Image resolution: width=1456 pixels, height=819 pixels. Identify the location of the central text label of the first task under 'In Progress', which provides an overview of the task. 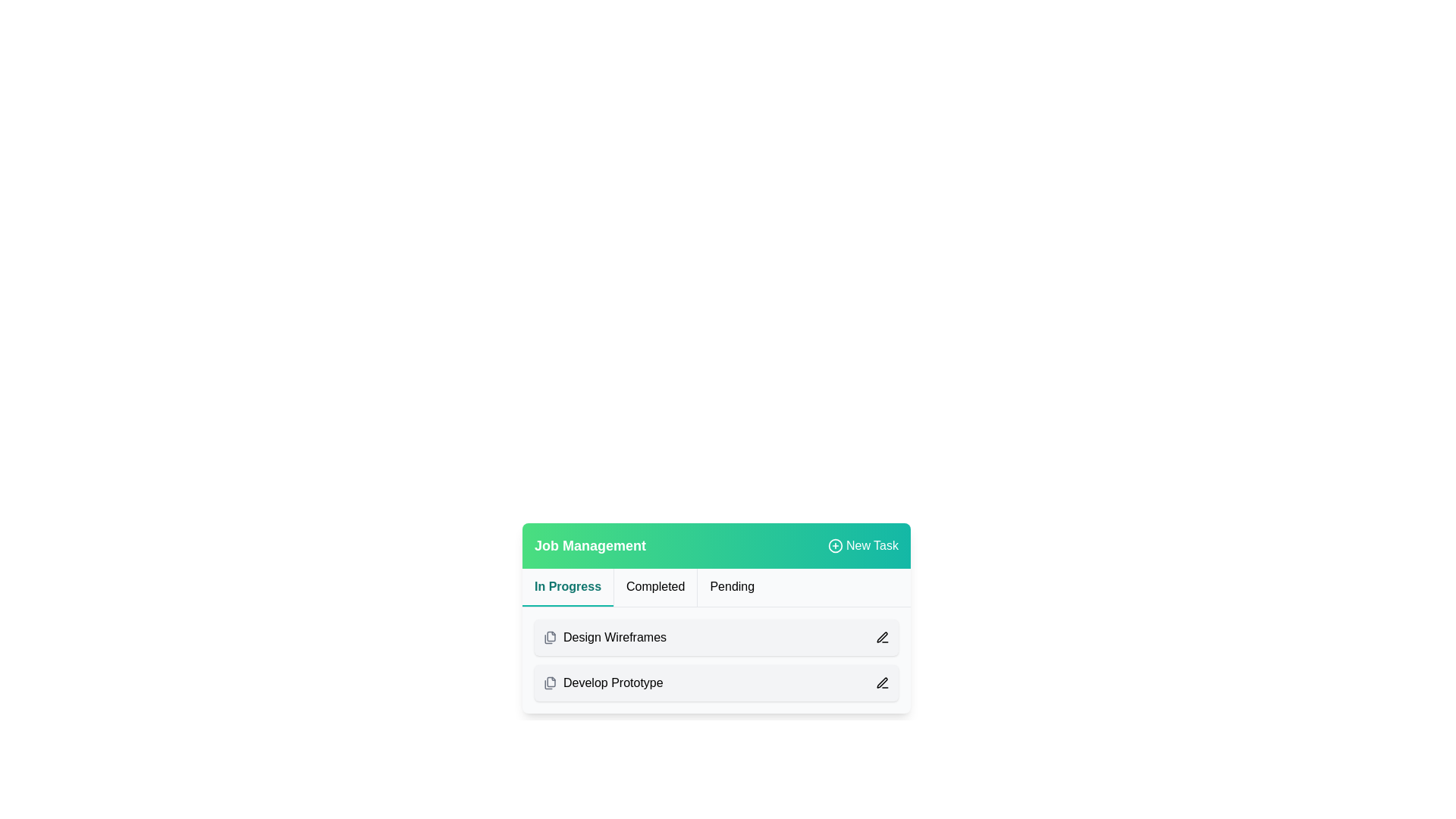
(615, 637).